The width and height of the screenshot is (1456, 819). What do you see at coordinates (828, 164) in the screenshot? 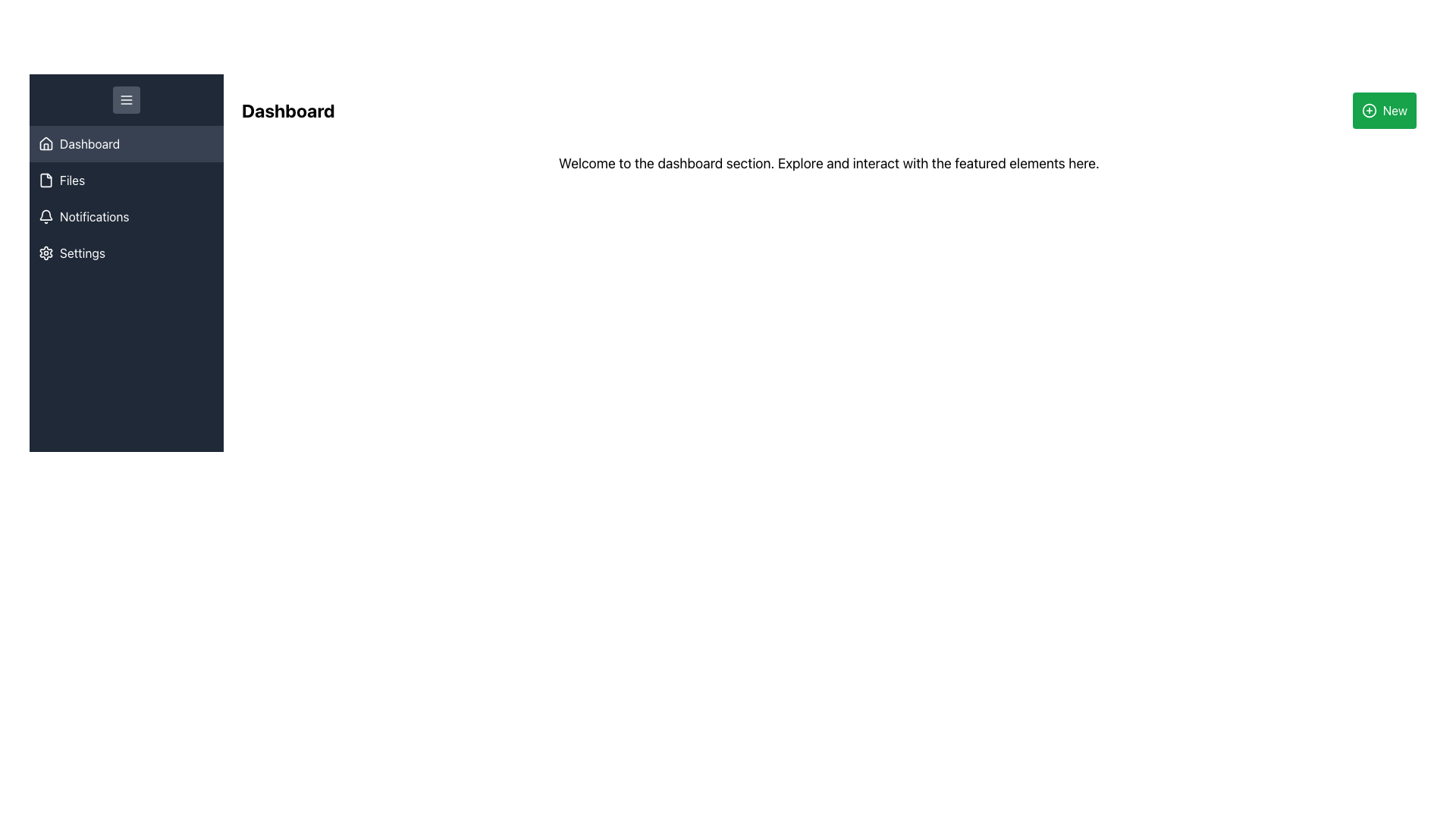
I see `the introductory message text block located below the header section of the dashboard` at bounding box center [828, 164].